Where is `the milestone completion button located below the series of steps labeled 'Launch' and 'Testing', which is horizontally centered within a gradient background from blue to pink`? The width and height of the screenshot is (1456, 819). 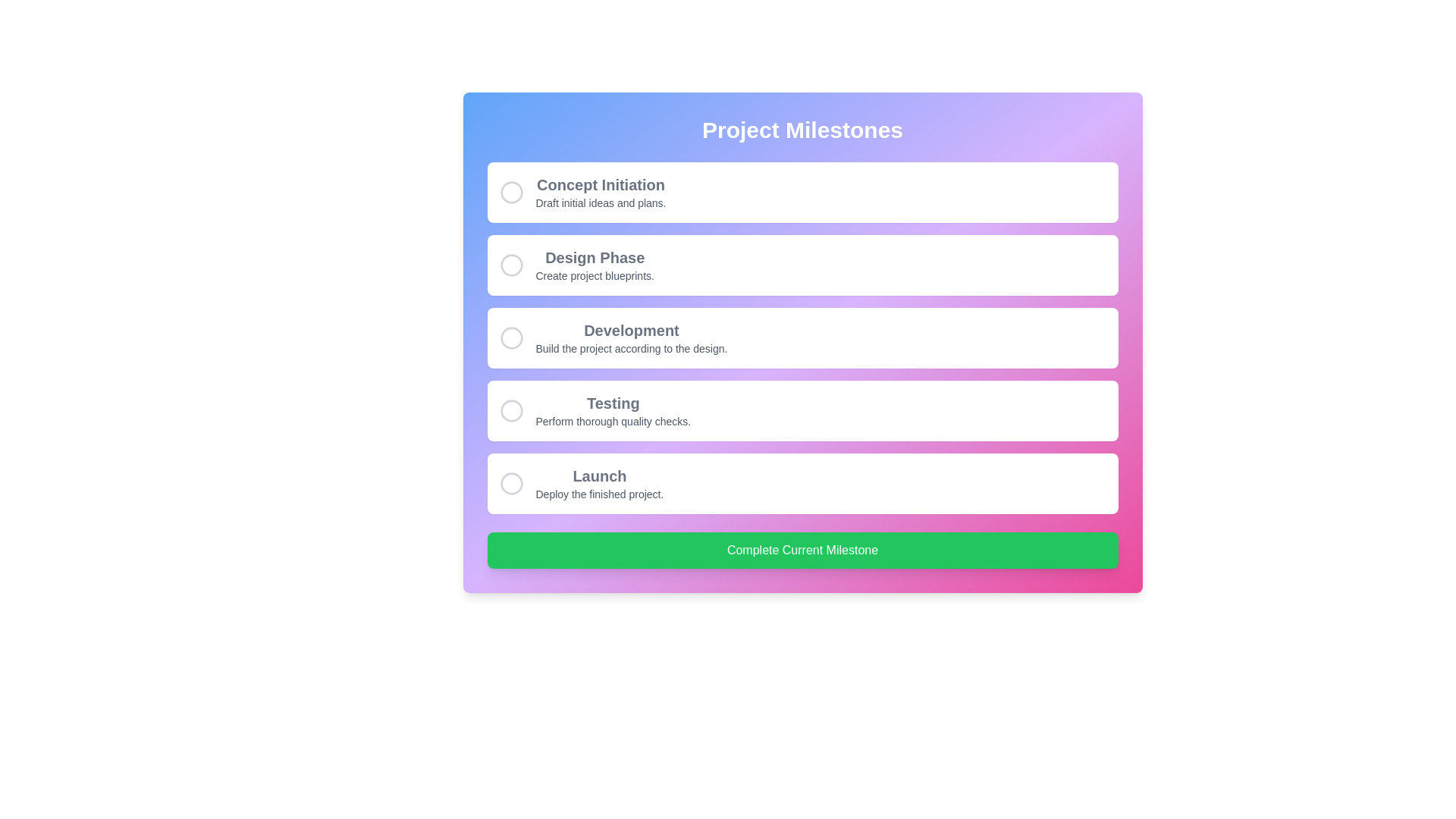
the milestone completion button located below the series of steps labeled 'Launch' and 'Testing', which is horizontally centered within a gradient background from blue to pink is located at coordinates (802, 550).